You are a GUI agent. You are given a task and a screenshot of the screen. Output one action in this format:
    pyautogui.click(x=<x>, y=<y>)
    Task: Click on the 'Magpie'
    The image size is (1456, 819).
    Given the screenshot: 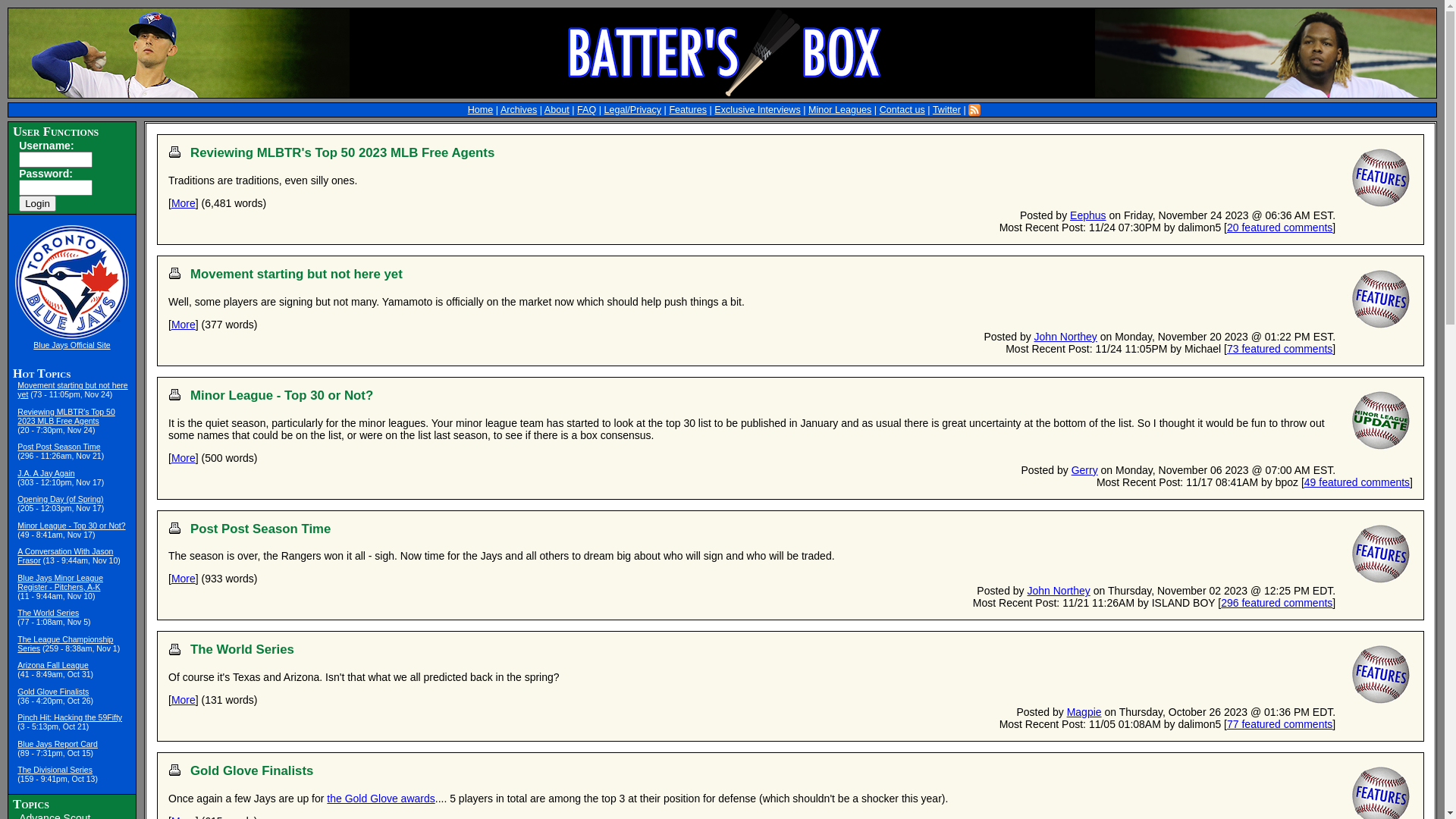 What is the action you would take?
    pyautogui.click(x=1084, y=711)
    